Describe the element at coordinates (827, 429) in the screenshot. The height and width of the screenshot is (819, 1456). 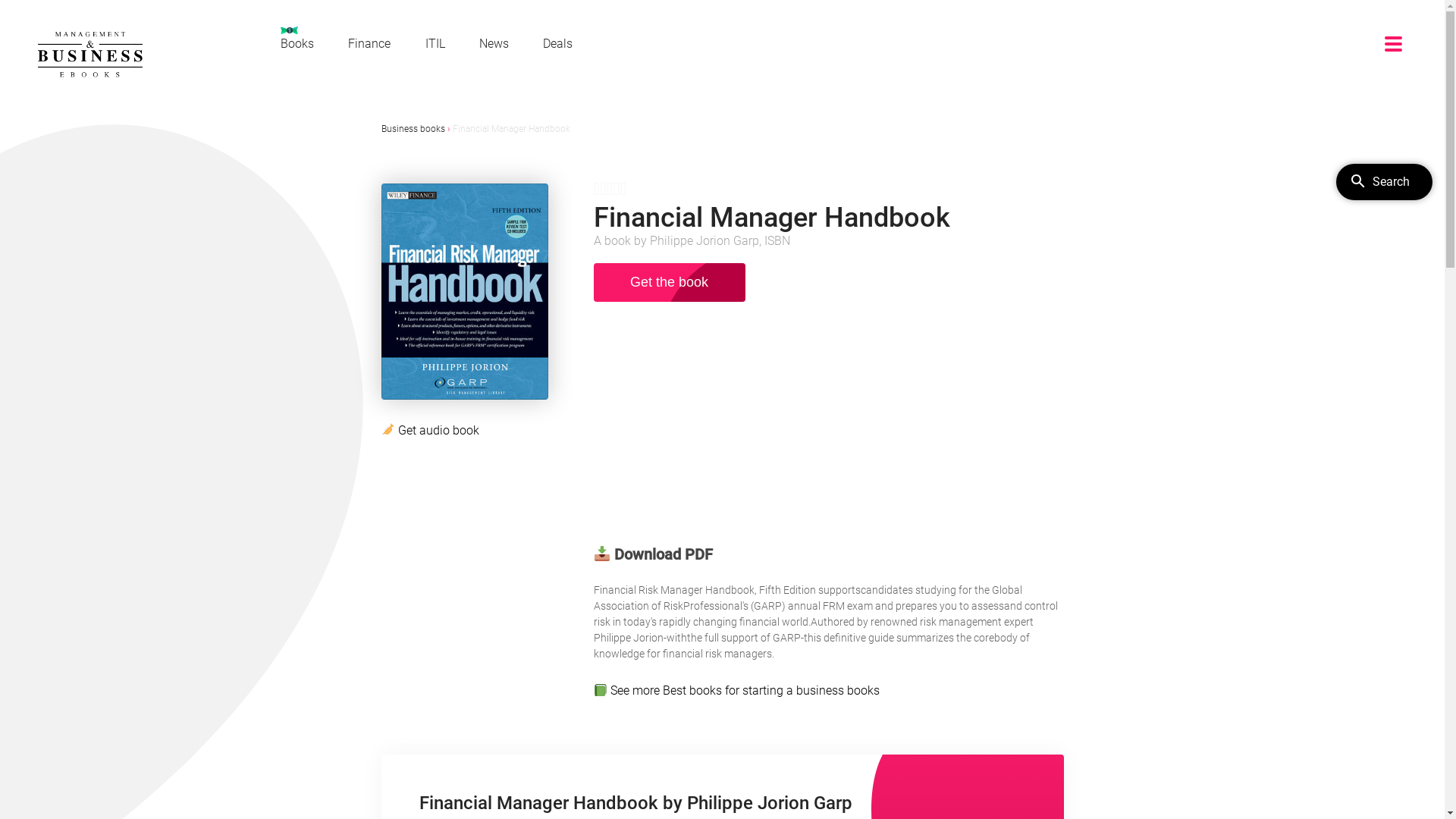
I see `'Advertisement'` at that location.